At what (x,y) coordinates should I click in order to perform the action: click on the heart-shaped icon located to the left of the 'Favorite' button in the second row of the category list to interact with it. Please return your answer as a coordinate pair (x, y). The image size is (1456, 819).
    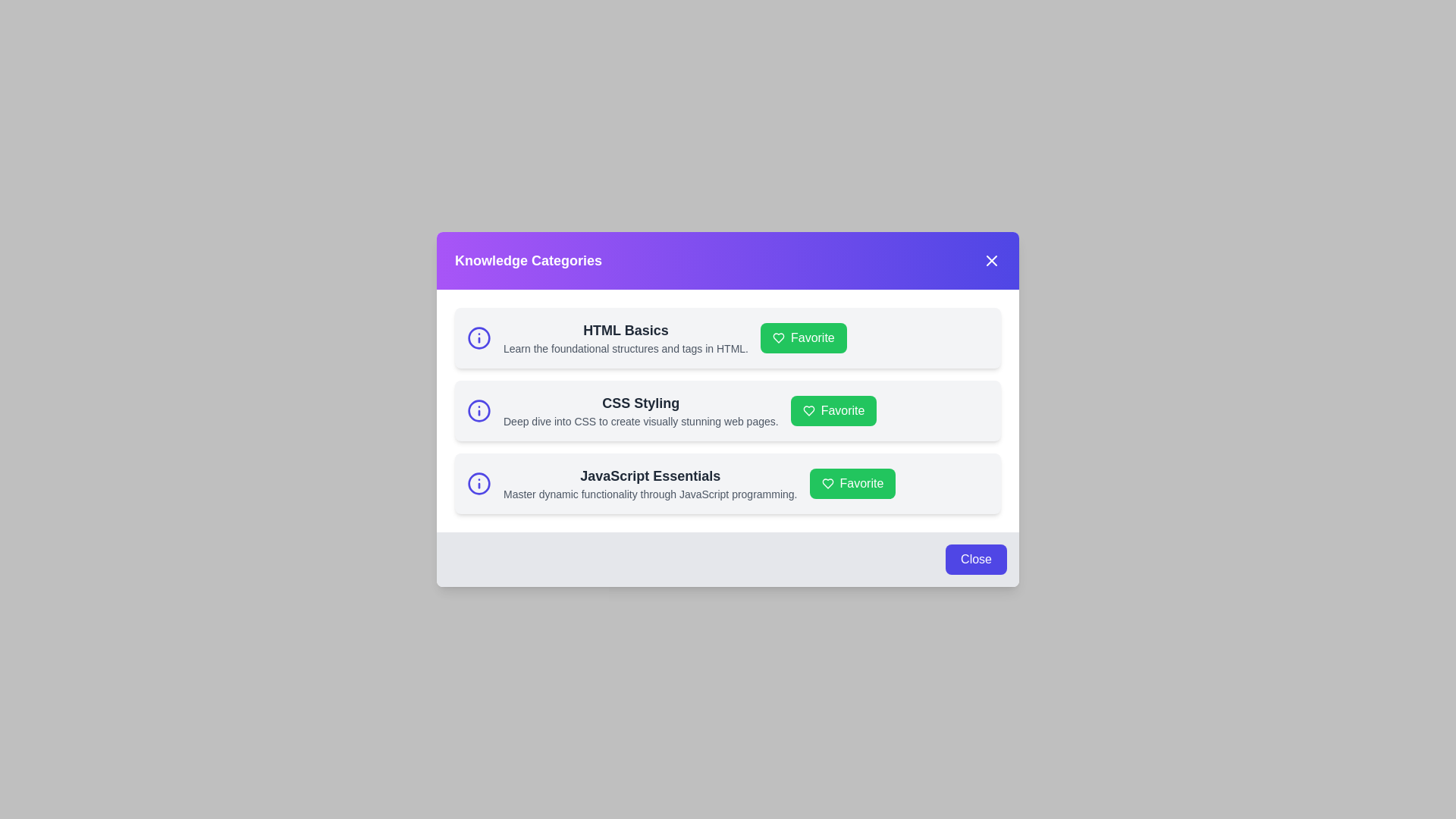
    Looking at the image, I should click on (808, 411).